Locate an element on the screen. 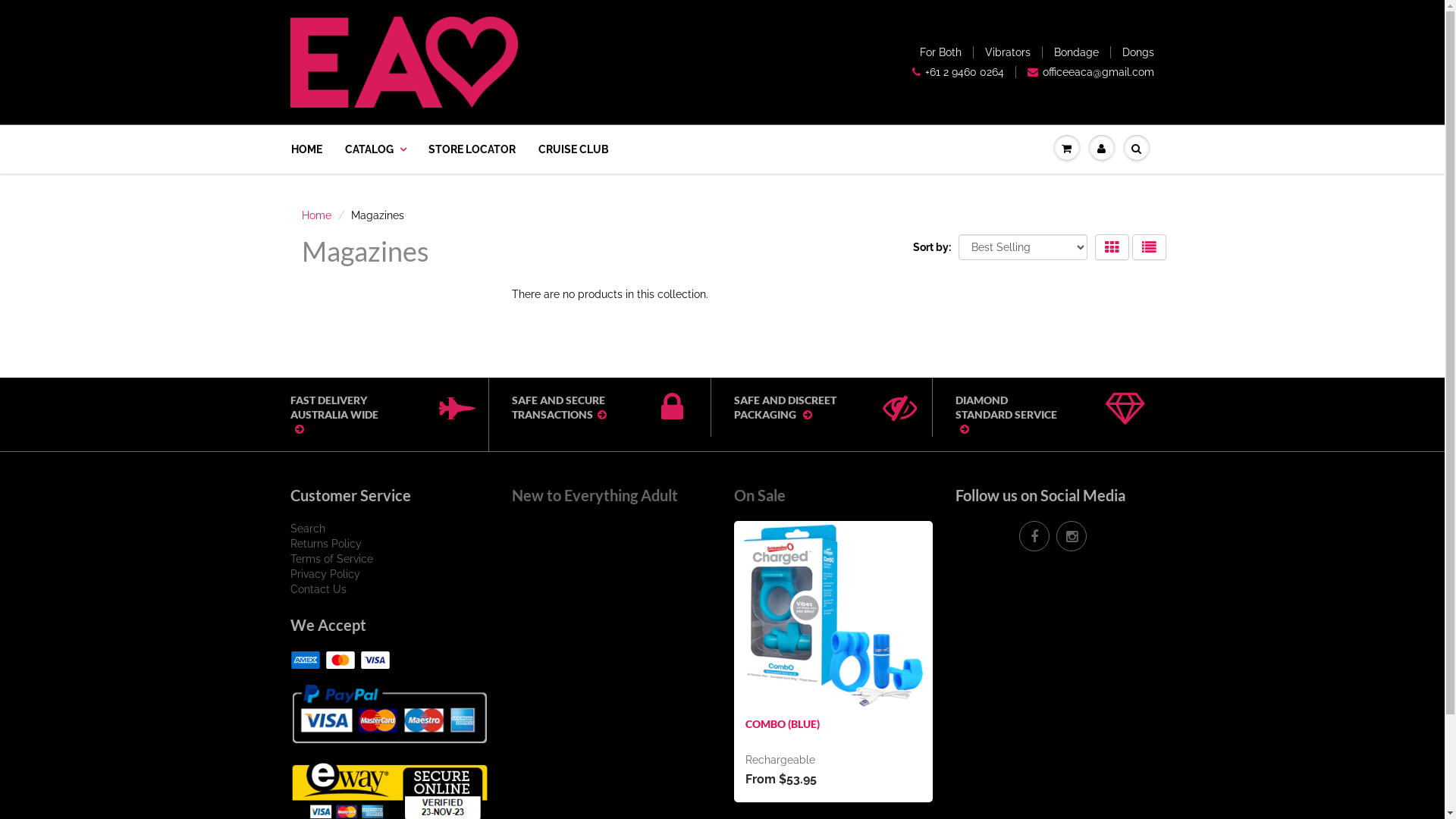 The image size is (1456, 819). 'CRUISE CLUB' is located at coordinates (572, 149).